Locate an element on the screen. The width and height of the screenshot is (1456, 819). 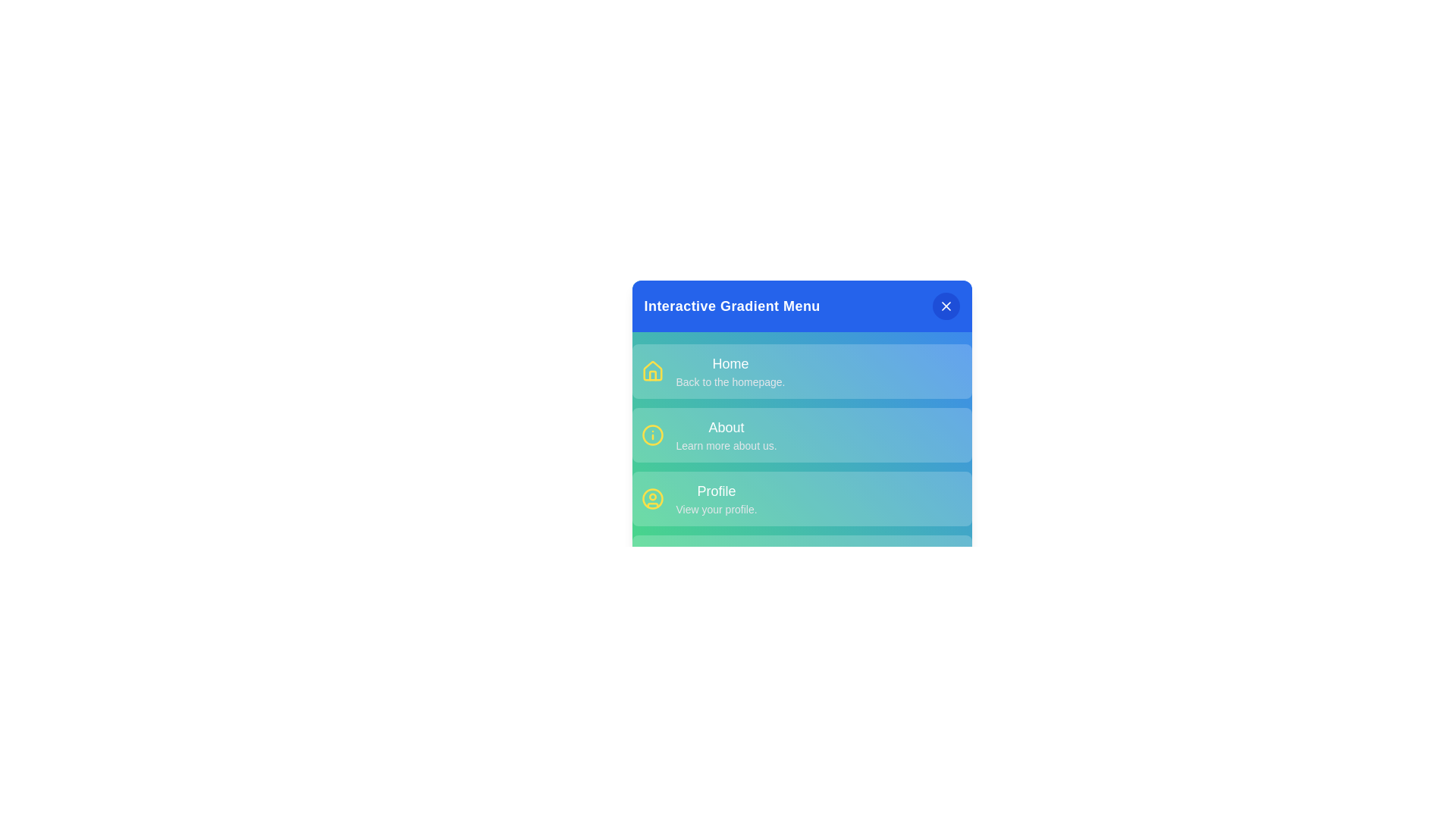
the menu item Profile to read its description is located at coordinates (716, 491).